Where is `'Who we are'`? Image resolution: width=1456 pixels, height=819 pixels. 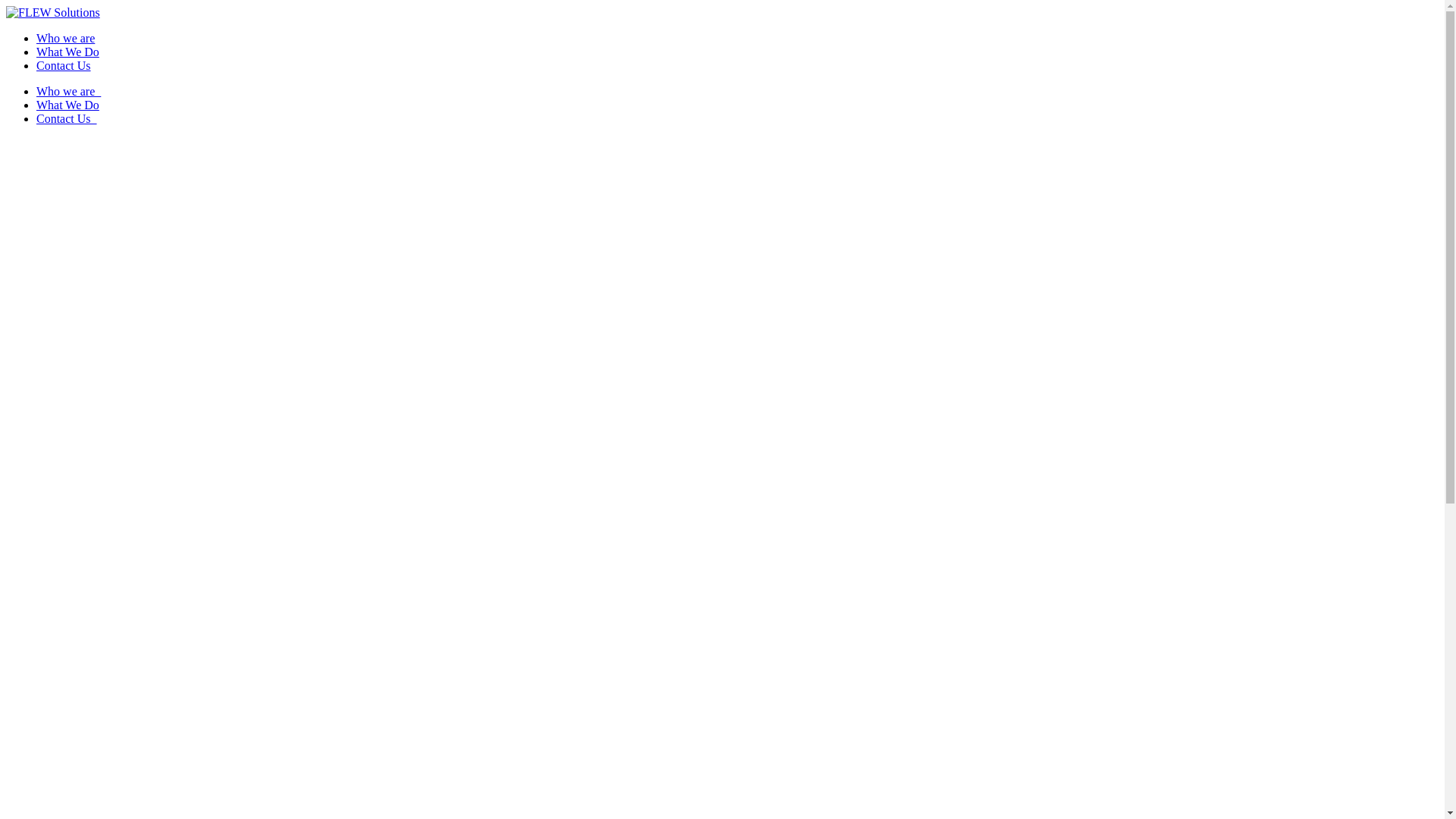
'Who we are' is located at coordinates (36, 37).